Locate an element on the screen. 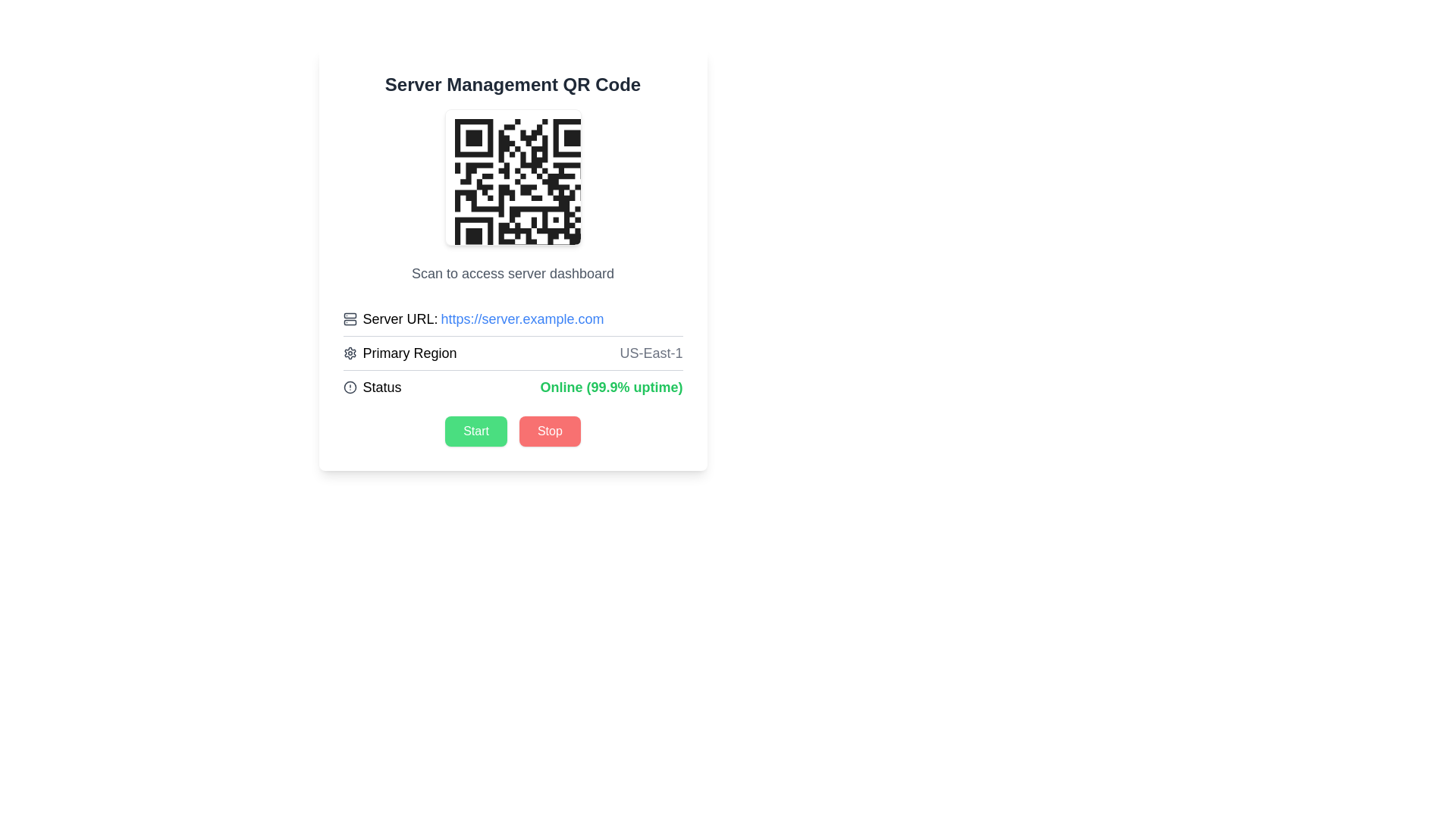 This screenshot has width=1456, height=819. the warning icon with an exclamation mark located next to the 'Status' label in the 'Status' section is located at coordinates (349, 386).